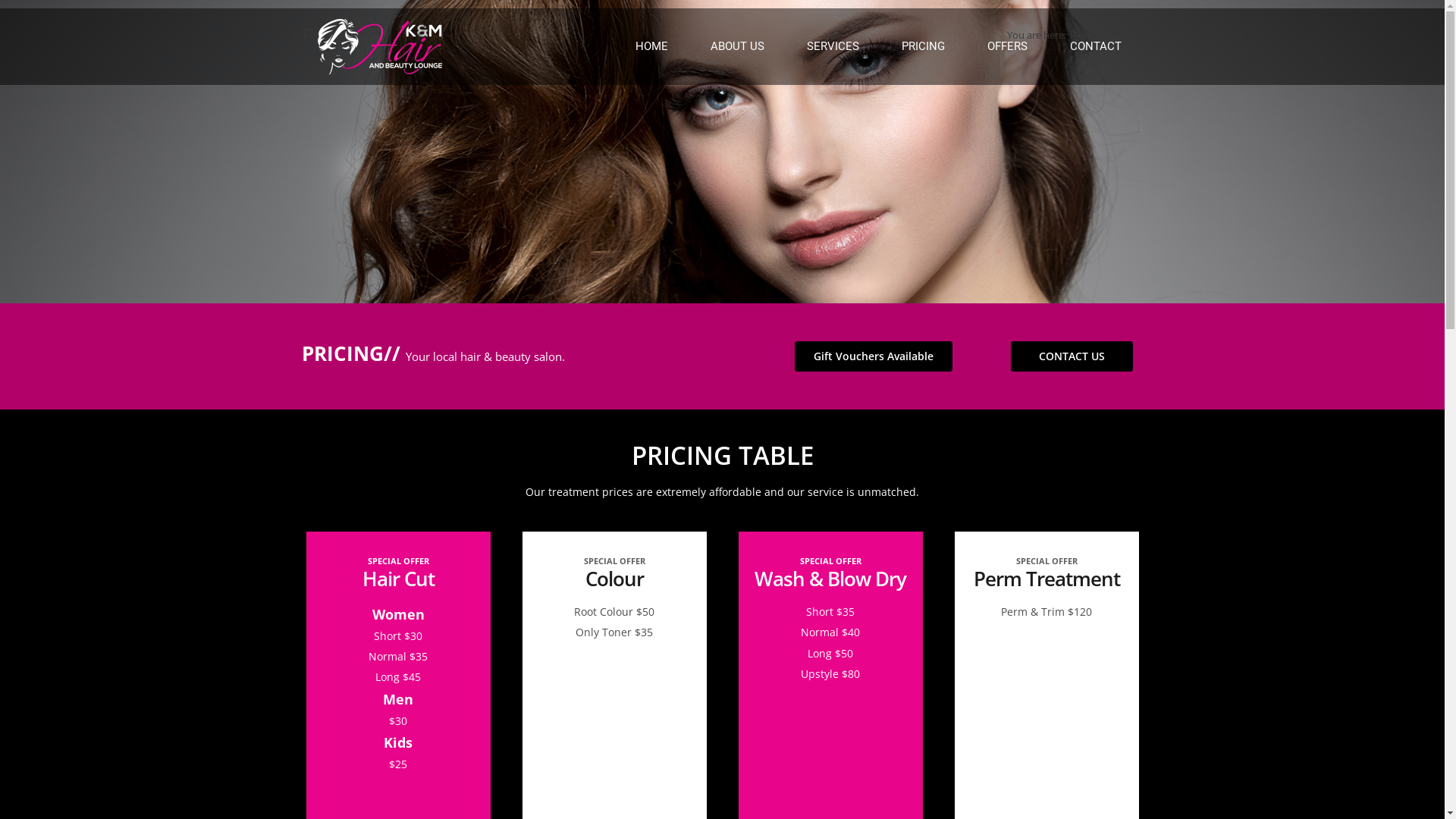 This screenshot has height=819, width=1456. Describe the element at coordinates (379, 45) in the screenshot. I see `'K&M Hair and Beauty Lounge'` at that location.